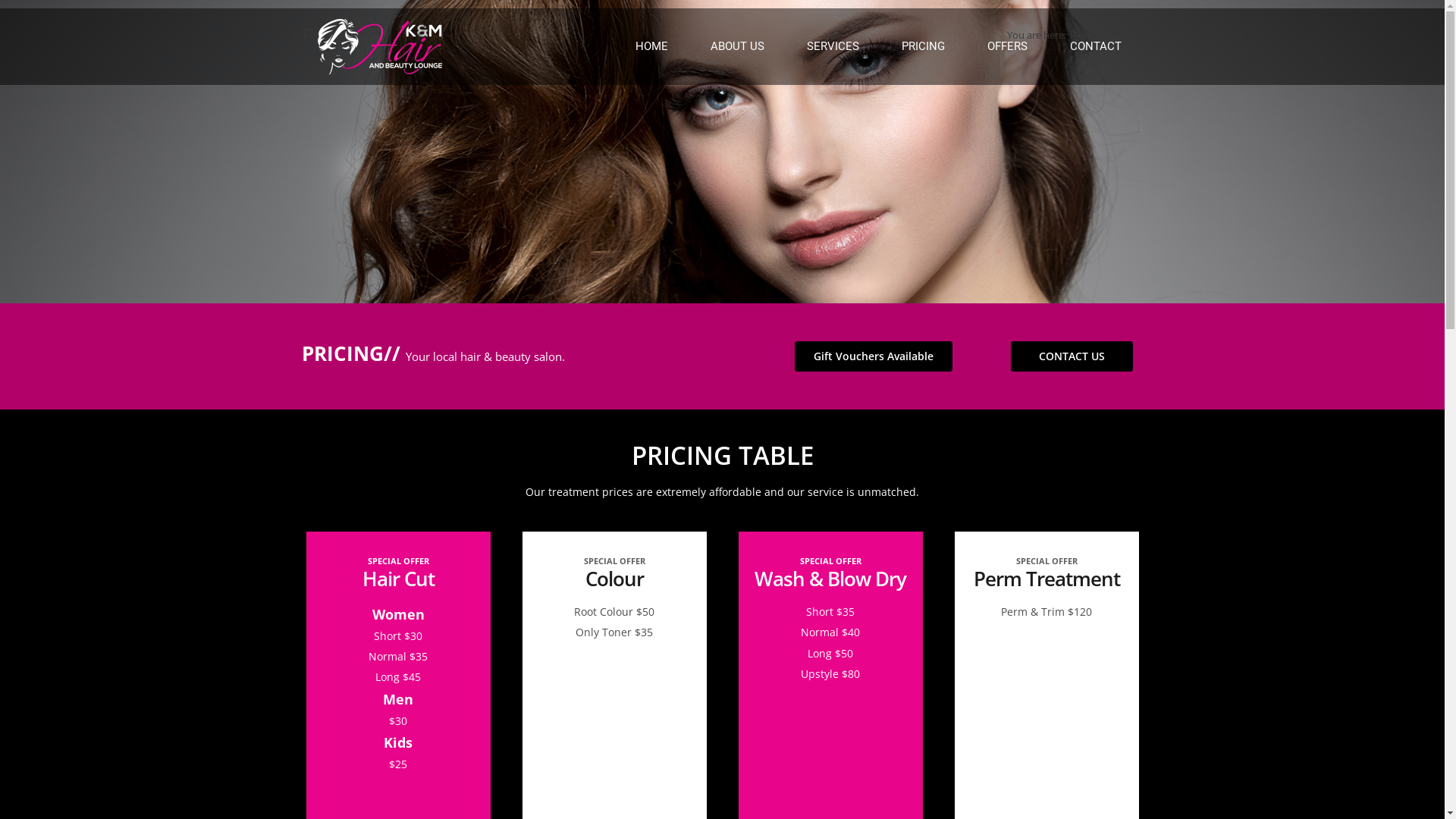 This screenshot has height=819, width=1456. Describe the element at coordinates (379, 45) in the screenshot. I see `'K&M Hair and Beauty Lounge'` at that location.